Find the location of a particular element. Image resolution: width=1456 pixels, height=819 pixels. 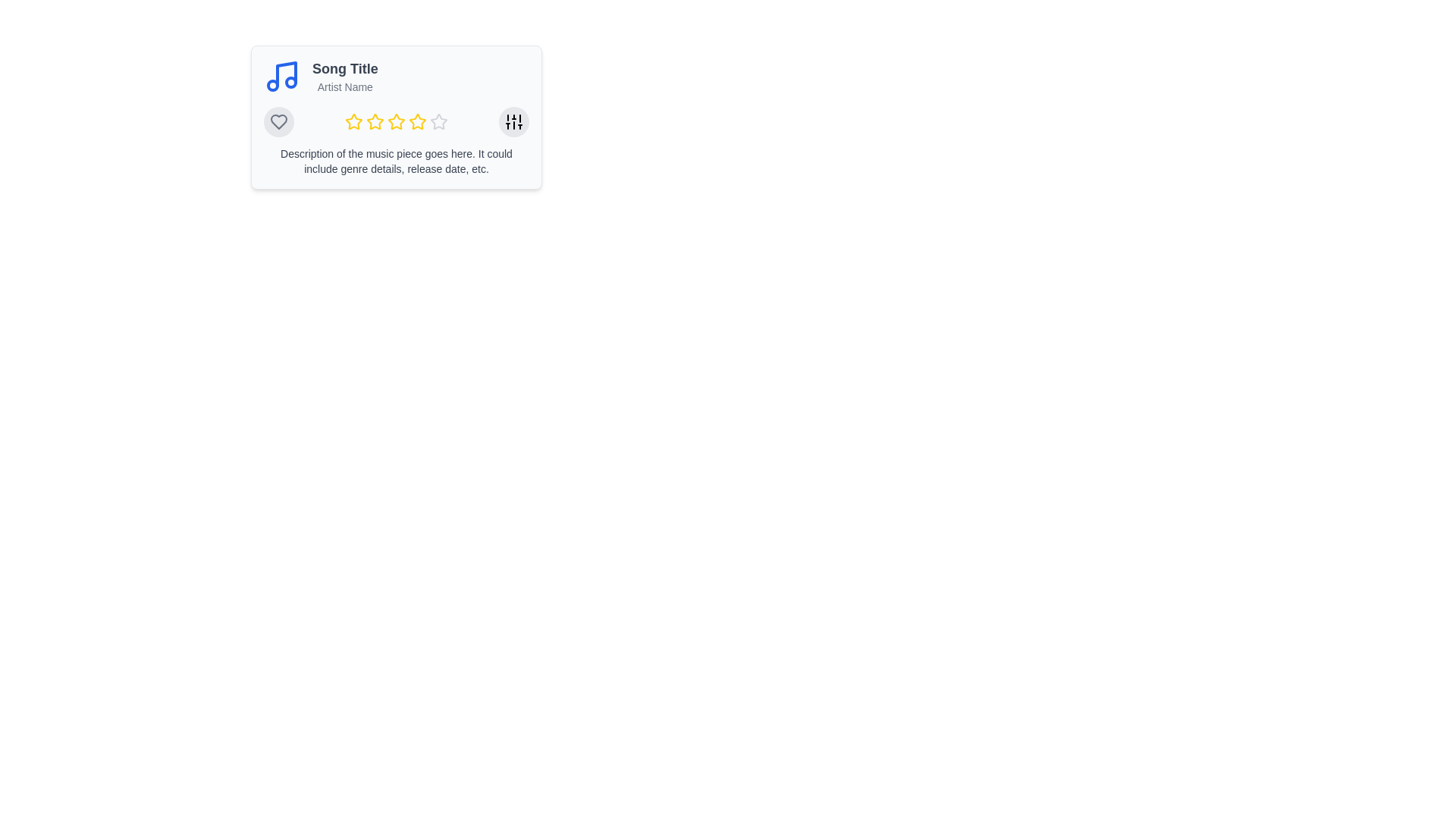

the heart-shaped icon outlined in dark gray, located within a circular button with a light gray background is located at coordinates (279, 121).